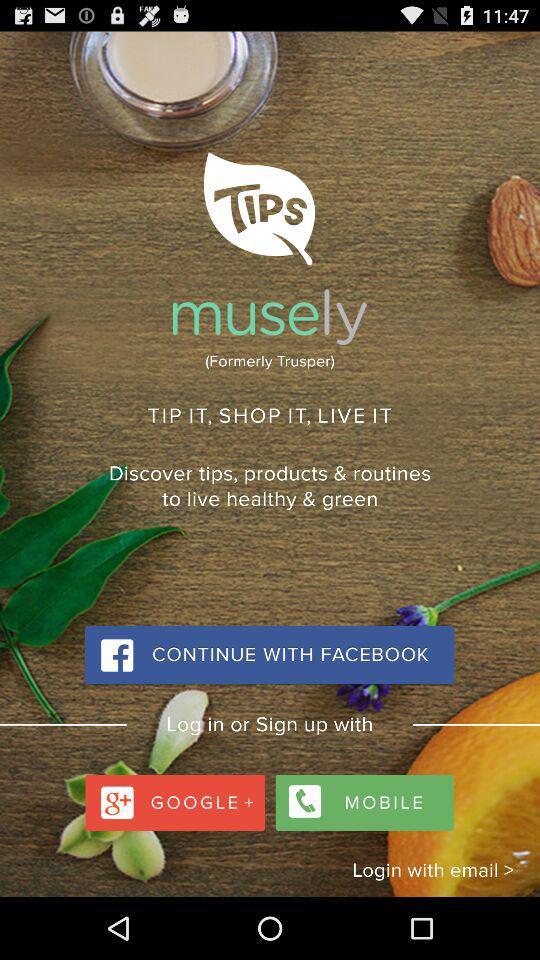 The image size is (540, 960). What do you see at coordinates (177, 797) in the screenshot?
I see `google` at bounding box center [177, 797].